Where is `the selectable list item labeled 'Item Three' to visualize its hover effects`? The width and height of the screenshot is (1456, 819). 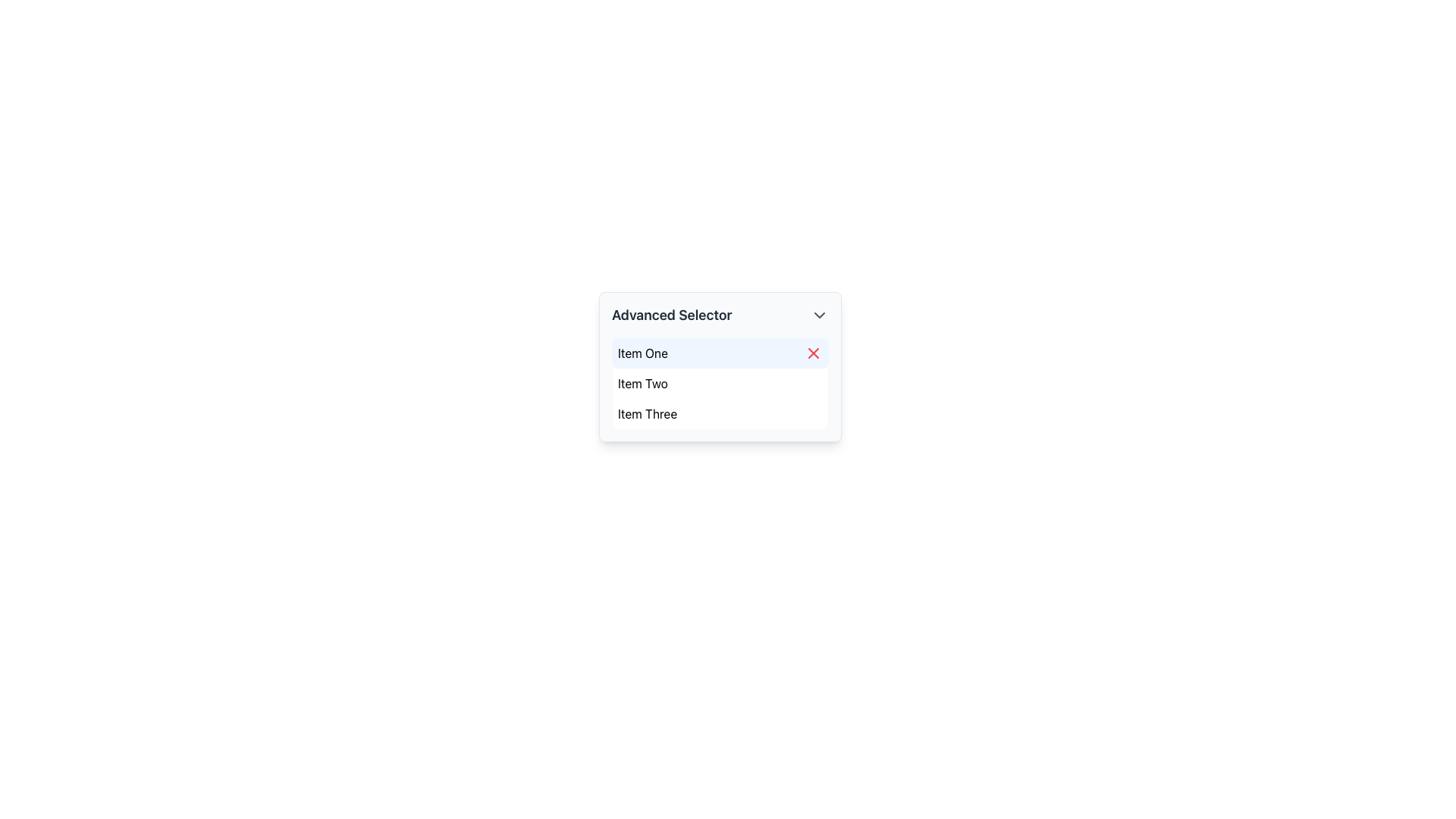 the selectable list item labeled 'Item Three' to visualize its hover effects is located at coordinates (720, 414).